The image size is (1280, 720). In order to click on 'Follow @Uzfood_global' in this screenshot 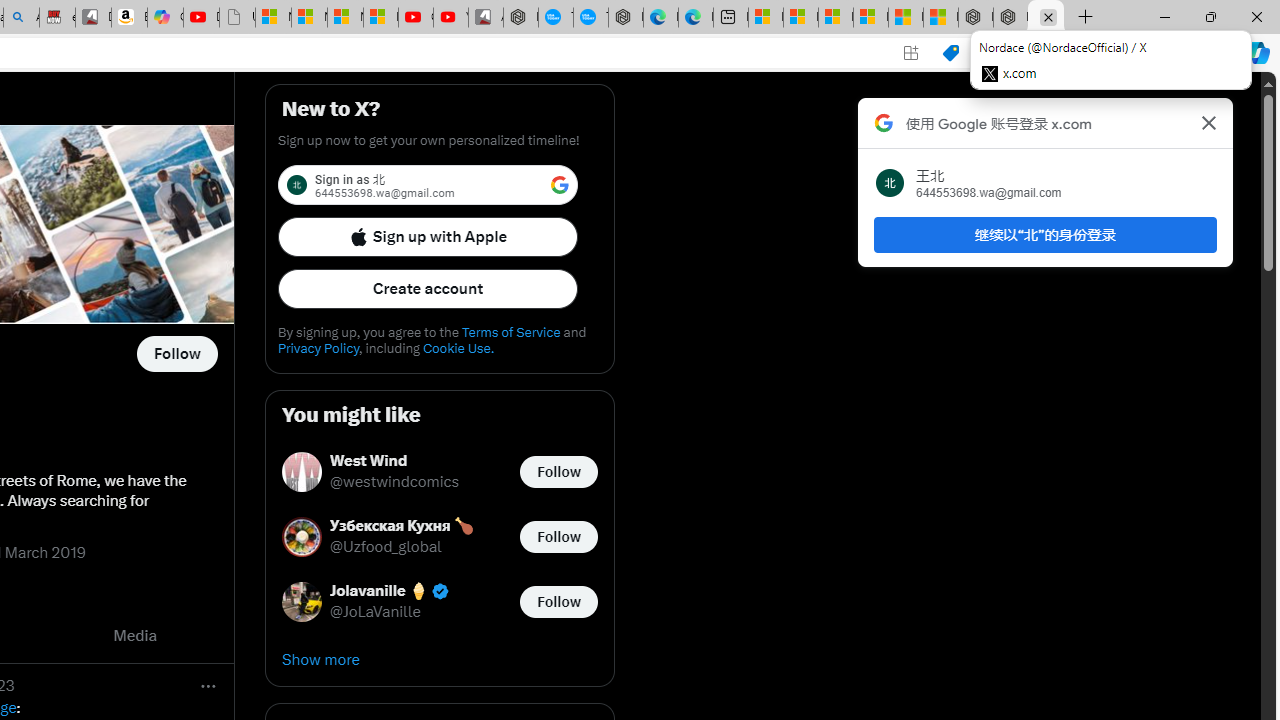, I will do `click(558, 535)`.